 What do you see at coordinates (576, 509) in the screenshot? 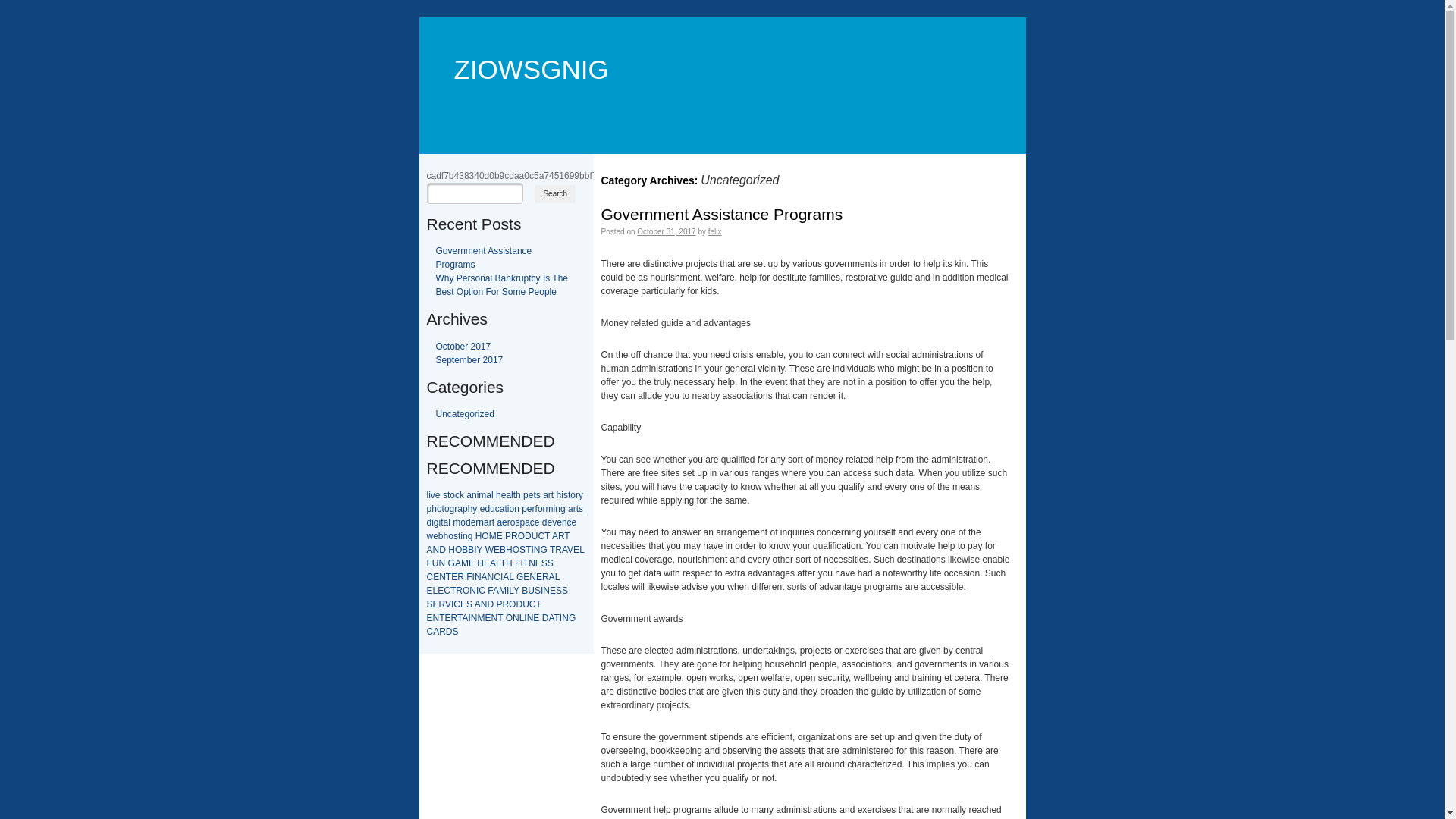
I see `'t'` at bounding box center [576, 509].